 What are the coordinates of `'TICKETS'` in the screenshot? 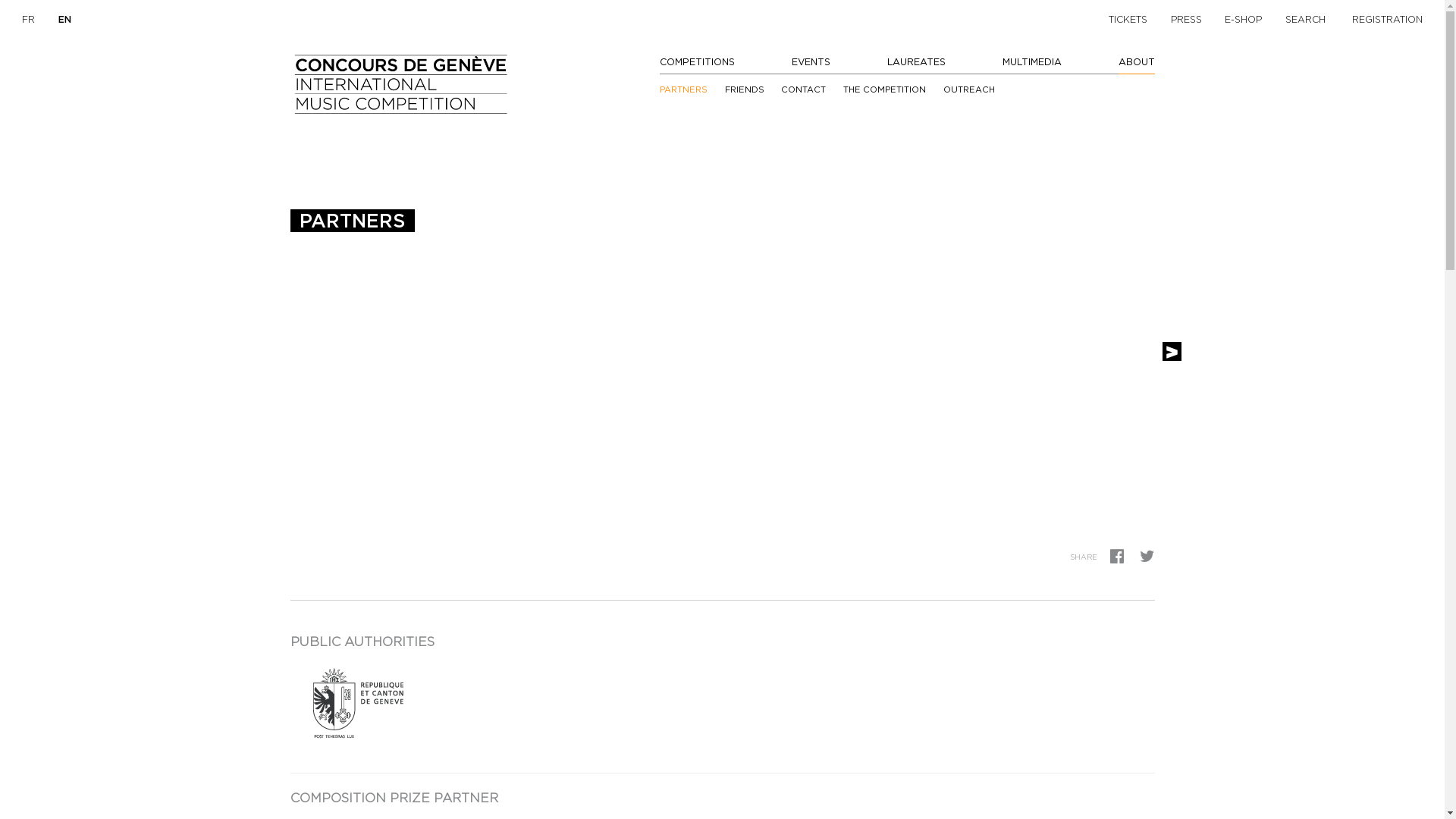 It's located at (1128, 19).